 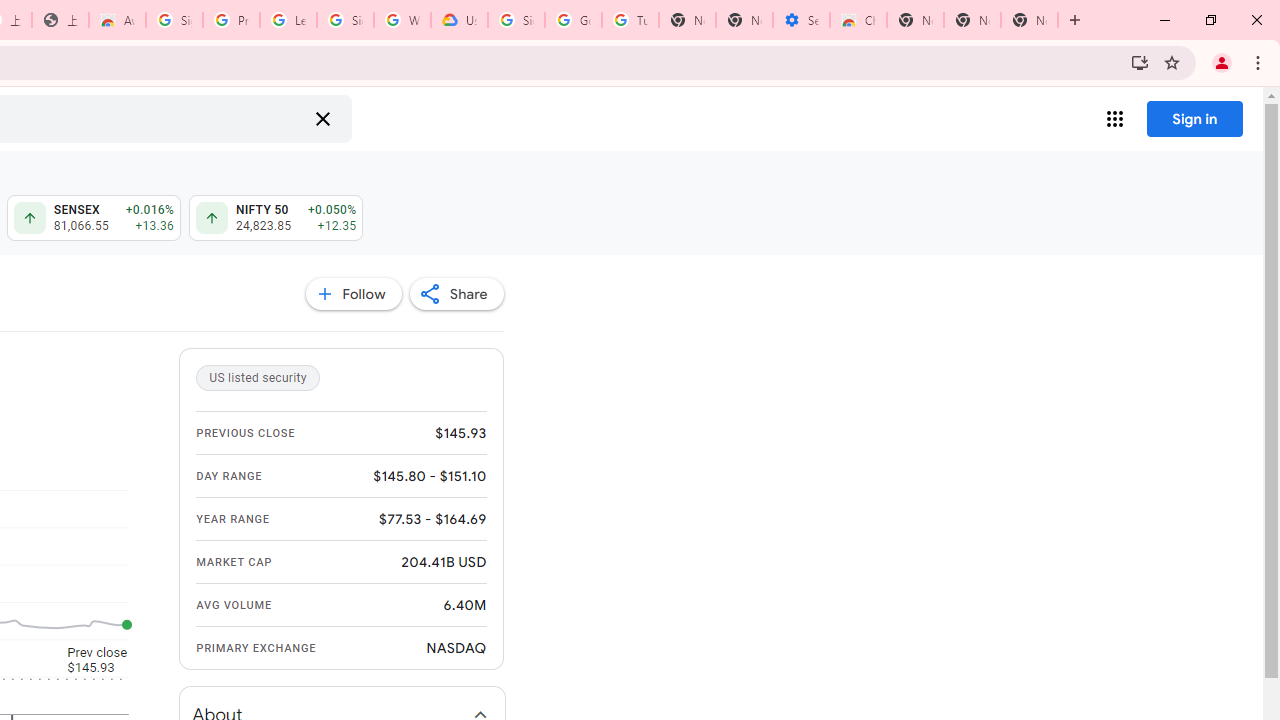 What do you see at coordinates (353, 294) in the screenshot?
I see `'Follow'` at bounding box center [353, 294].